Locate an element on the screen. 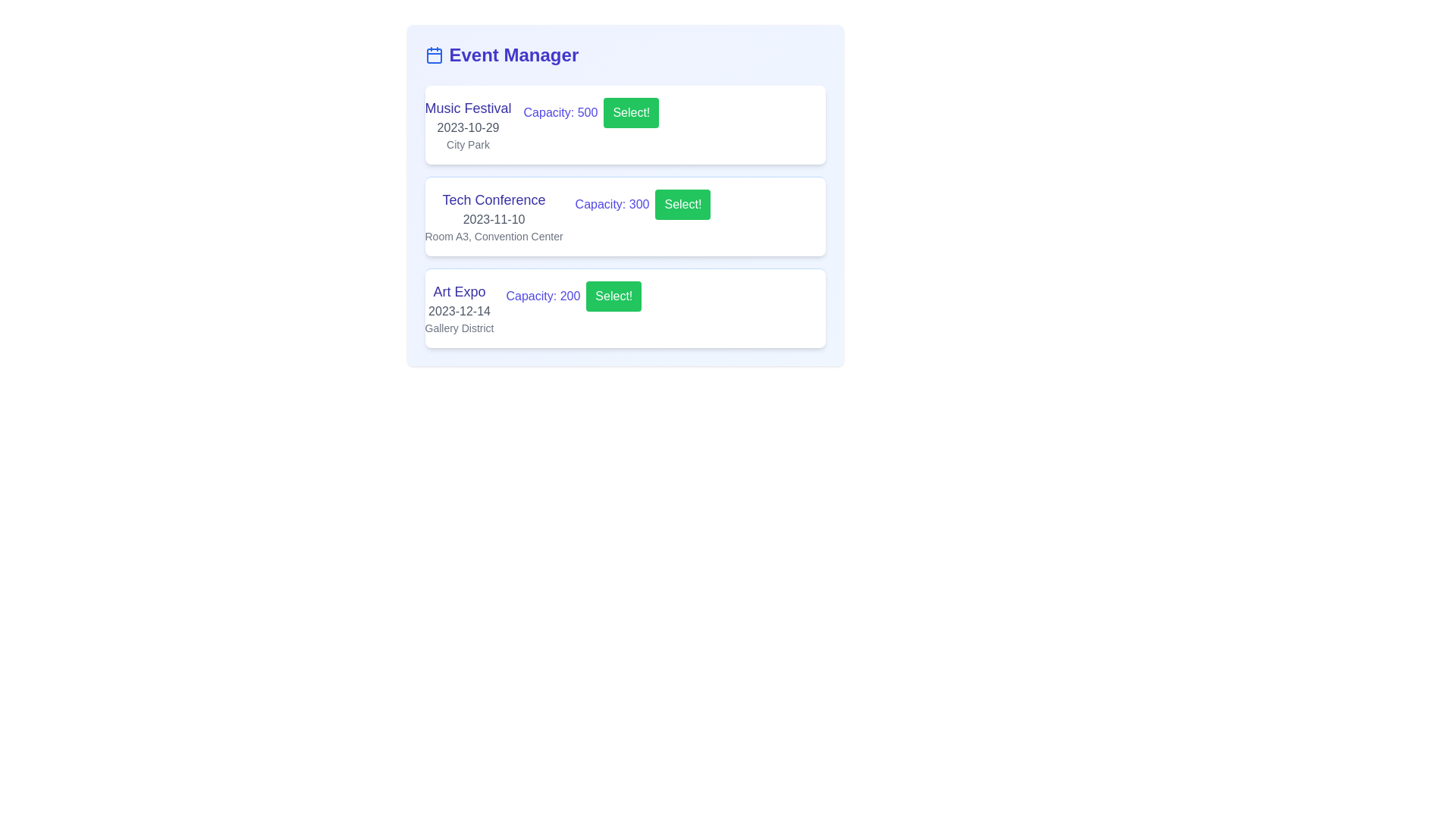 Image resolution: width=1456 pixels, height=819 pixels. the prominent 'Event Manager' text label which is large, bold, and indigo colored, located at the top of the interface adjacent to a calendar icon is located at coordinates (513, 55).